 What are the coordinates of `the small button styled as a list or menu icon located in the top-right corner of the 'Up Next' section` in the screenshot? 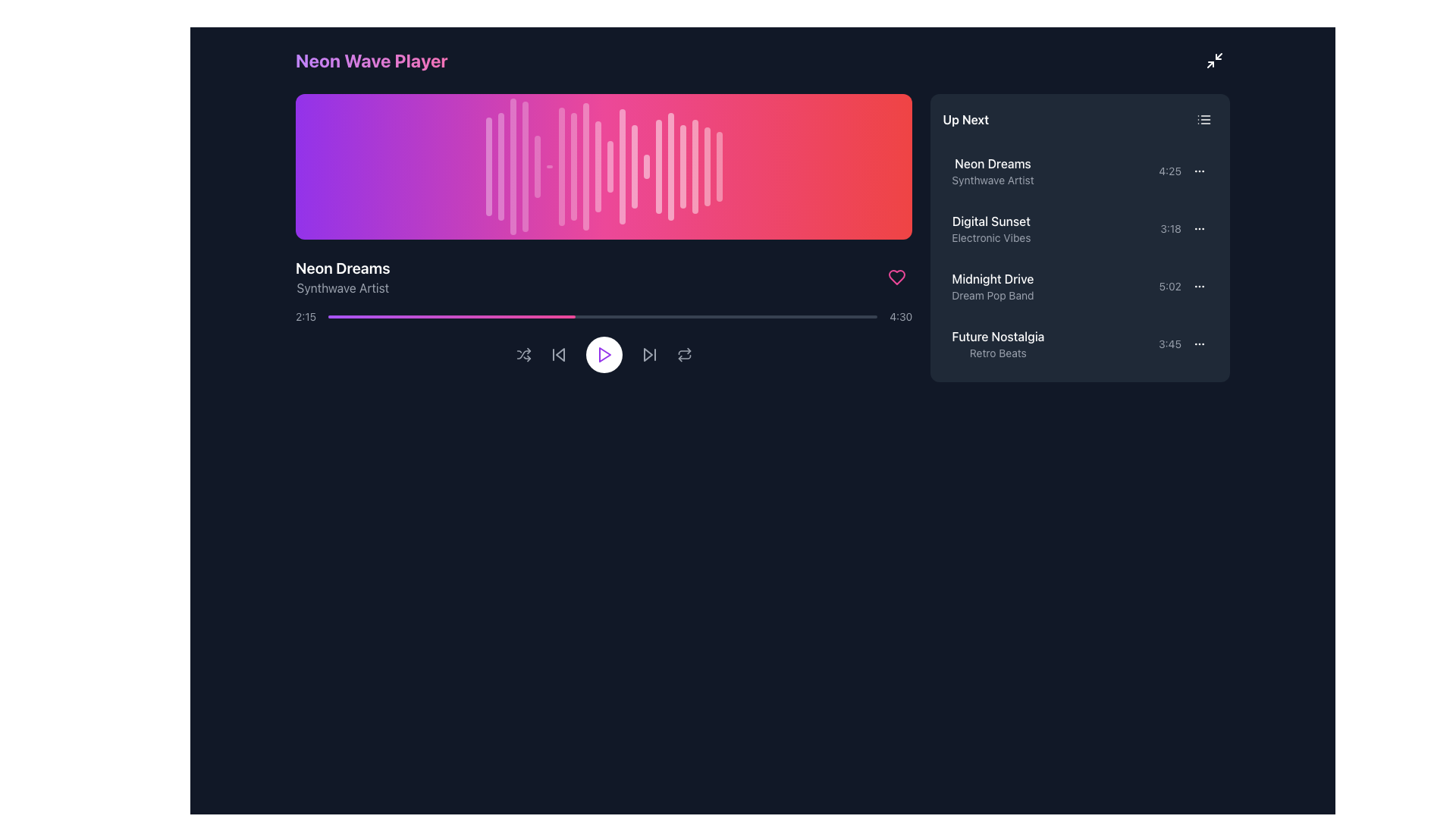 It's located at (1203, 119).